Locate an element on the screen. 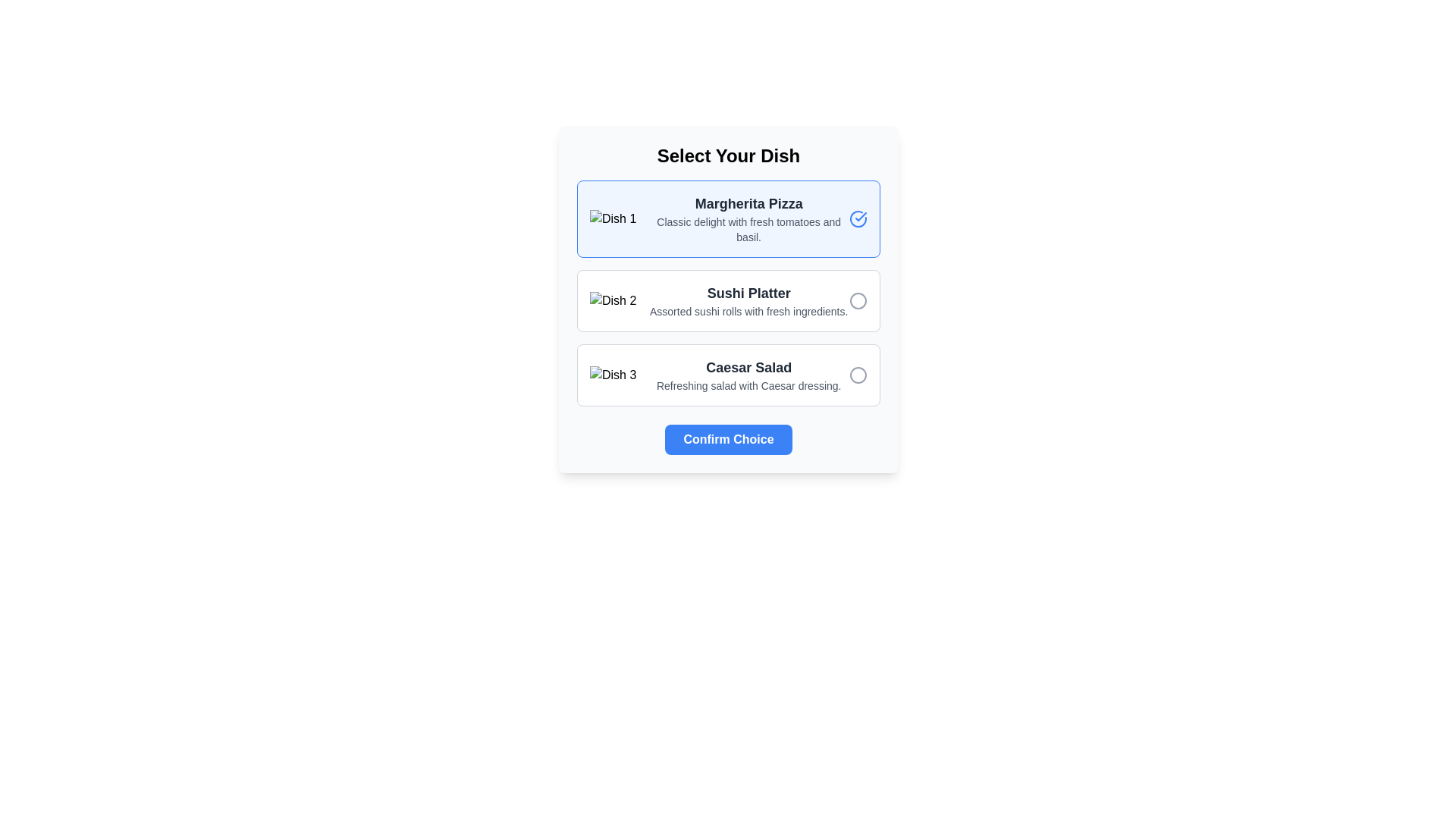 The width and height of the screenshot is (1456, 819). the 'Sushi Platter' option in the selectable list of dishes, which is the second element in the vertical arrangement is located at coordinates (748, 301).